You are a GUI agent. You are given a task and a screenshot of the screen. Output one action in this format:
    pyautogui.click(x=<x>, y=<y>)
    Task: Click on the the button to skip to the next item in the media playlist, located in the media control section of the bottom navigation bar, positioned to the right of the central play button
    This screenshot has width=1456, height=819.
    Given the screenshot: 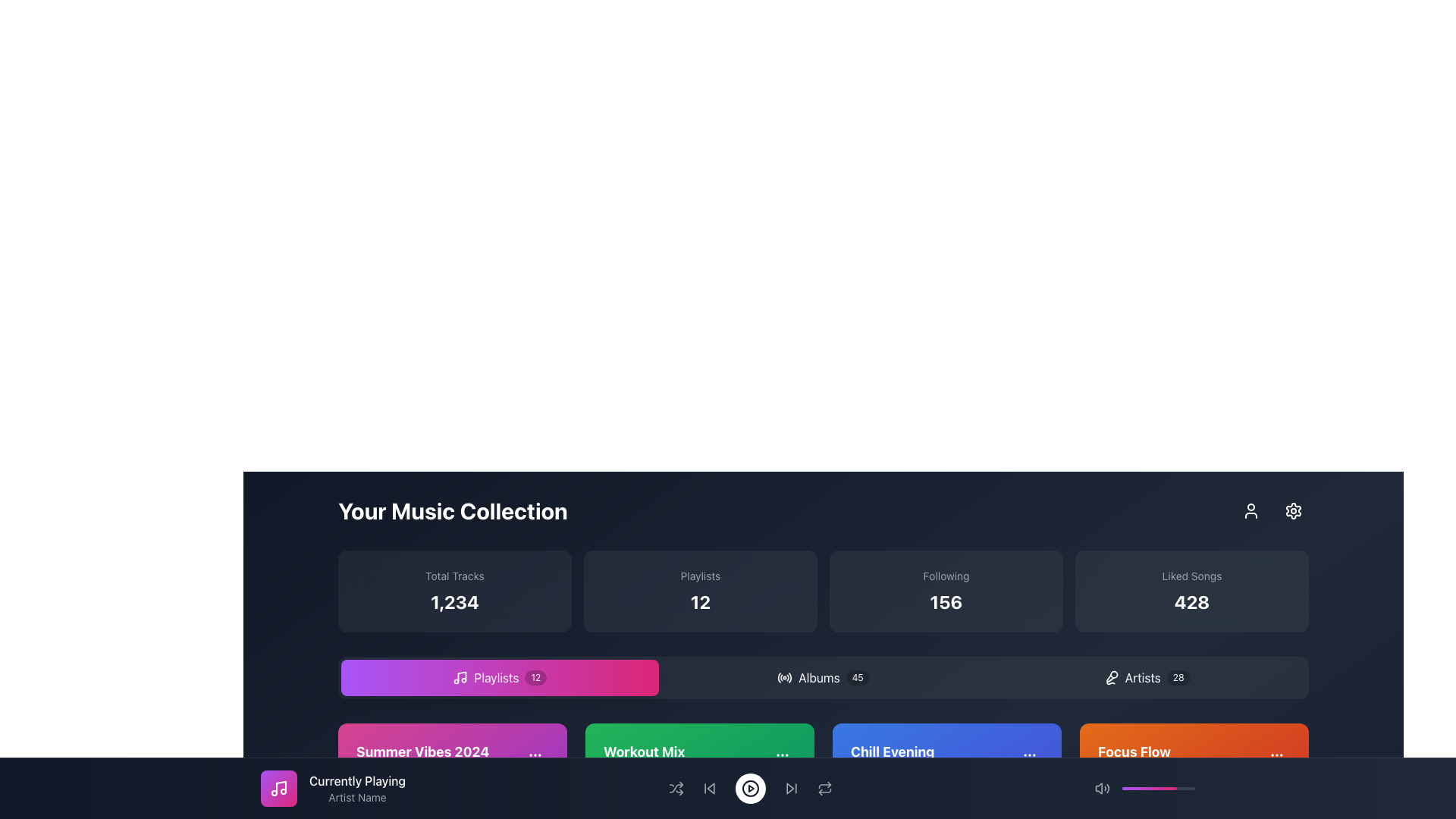 What is the action you would take?
    pyautogui.click(x=790, y=788)
    